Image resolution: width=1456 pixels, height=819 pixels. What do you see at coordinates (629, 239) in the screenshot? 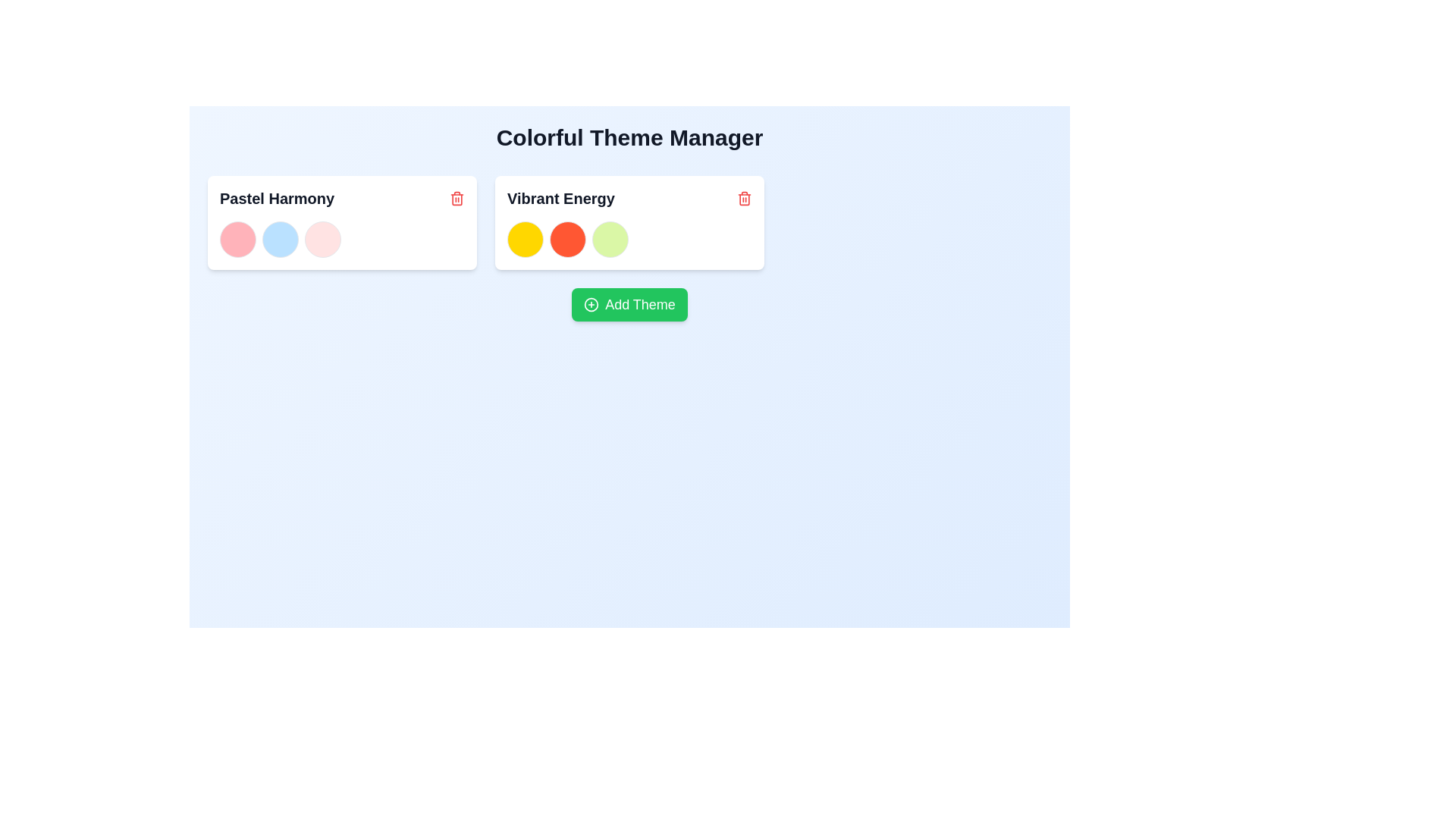
I see `the individual circle representing a selectable color option or style preview within the 'Vibrant Energy' card located beneath the card's title` at bounding box center [629, 239].